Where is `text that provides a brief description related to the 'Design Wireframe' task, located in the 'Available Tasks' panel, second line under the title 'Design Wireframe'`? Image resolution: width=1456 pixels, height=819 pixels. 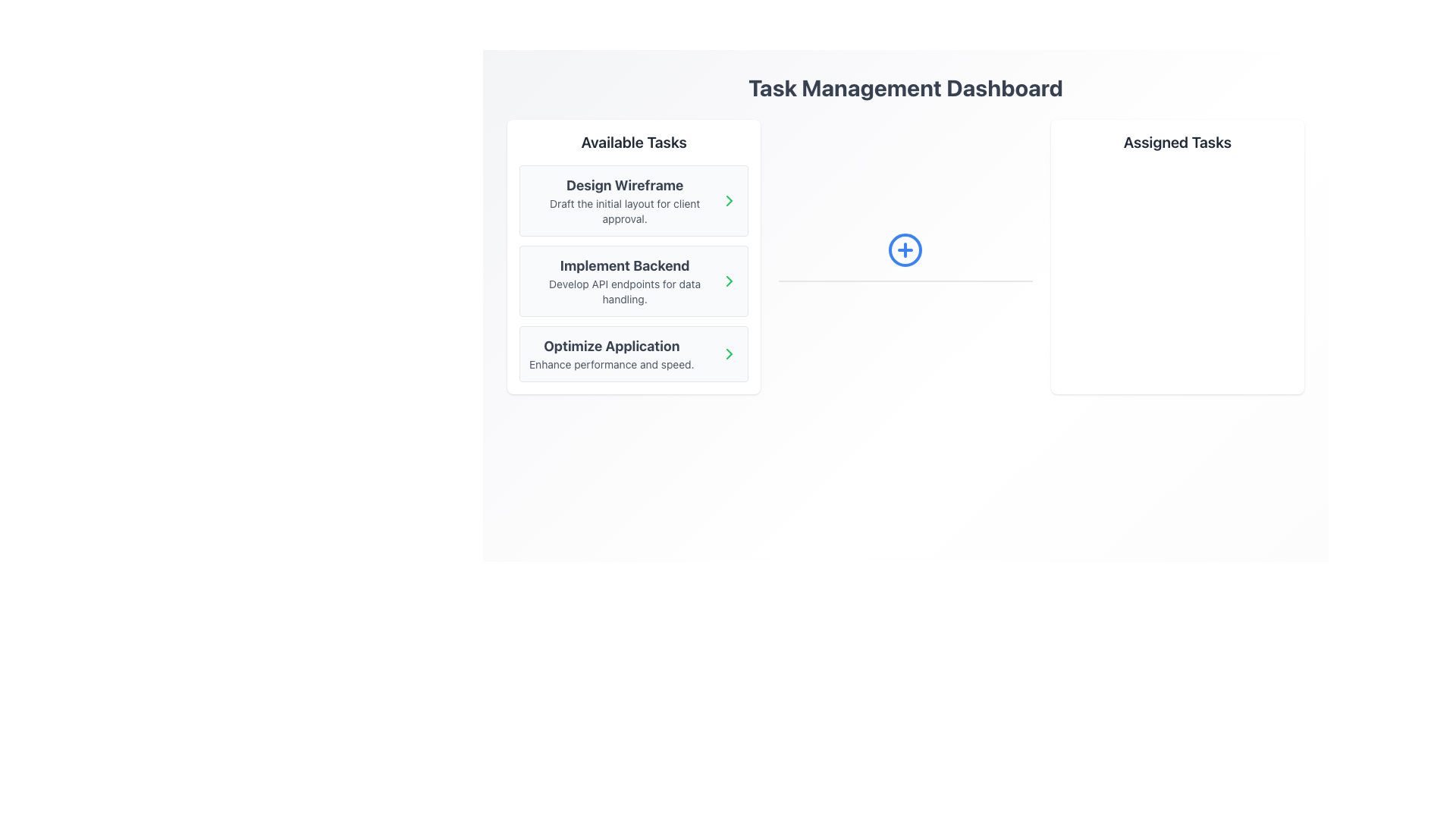
text that provides a brief description related to the 'Design Wireframe' task, located in the 'Available Tasks' panel, second line under the title 'Design Wireframe' is located at coordinates (625, 211).